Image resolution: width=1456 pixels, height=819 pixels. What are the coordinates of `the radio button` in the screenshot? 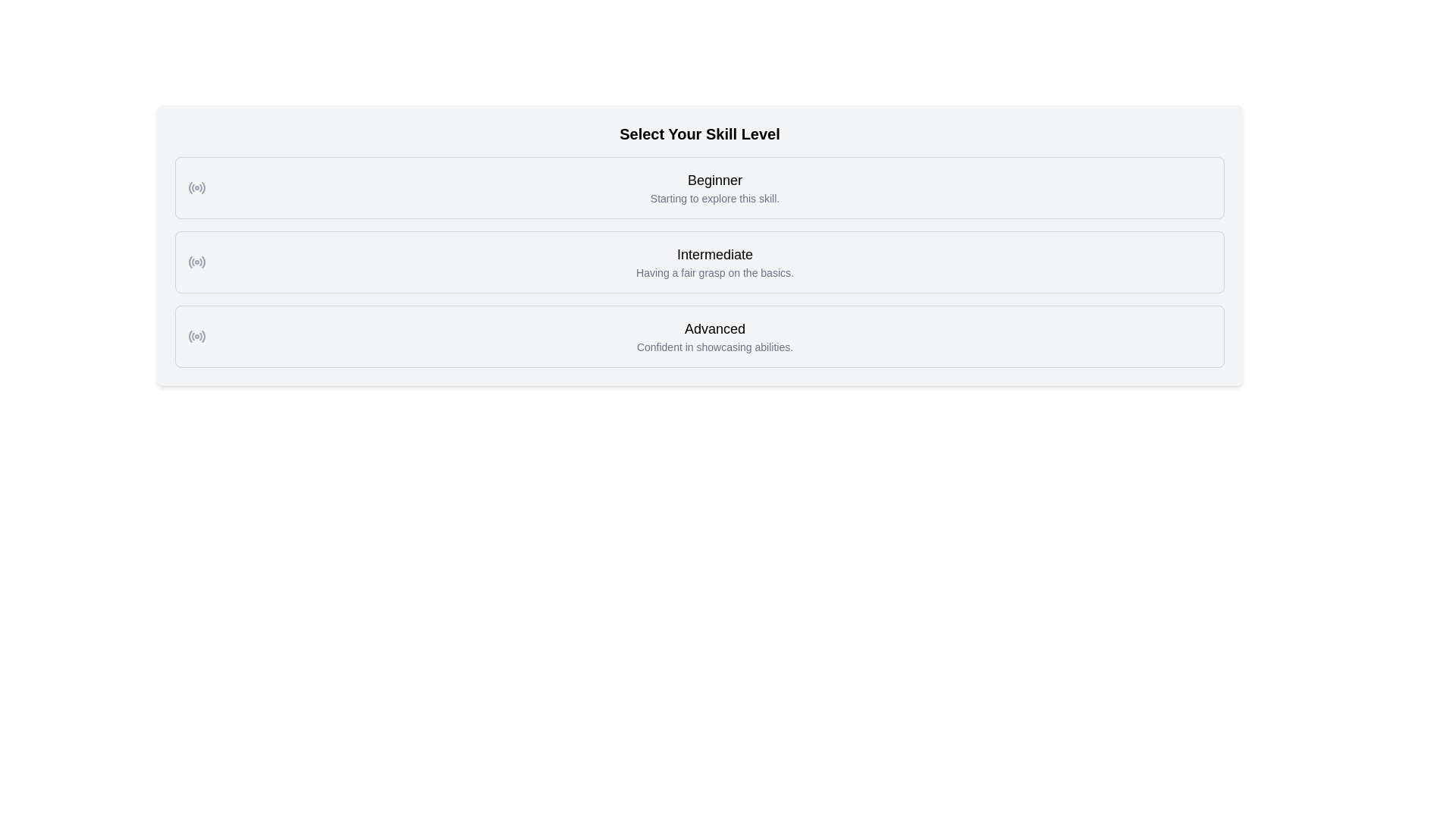 It's located at (196, 335).